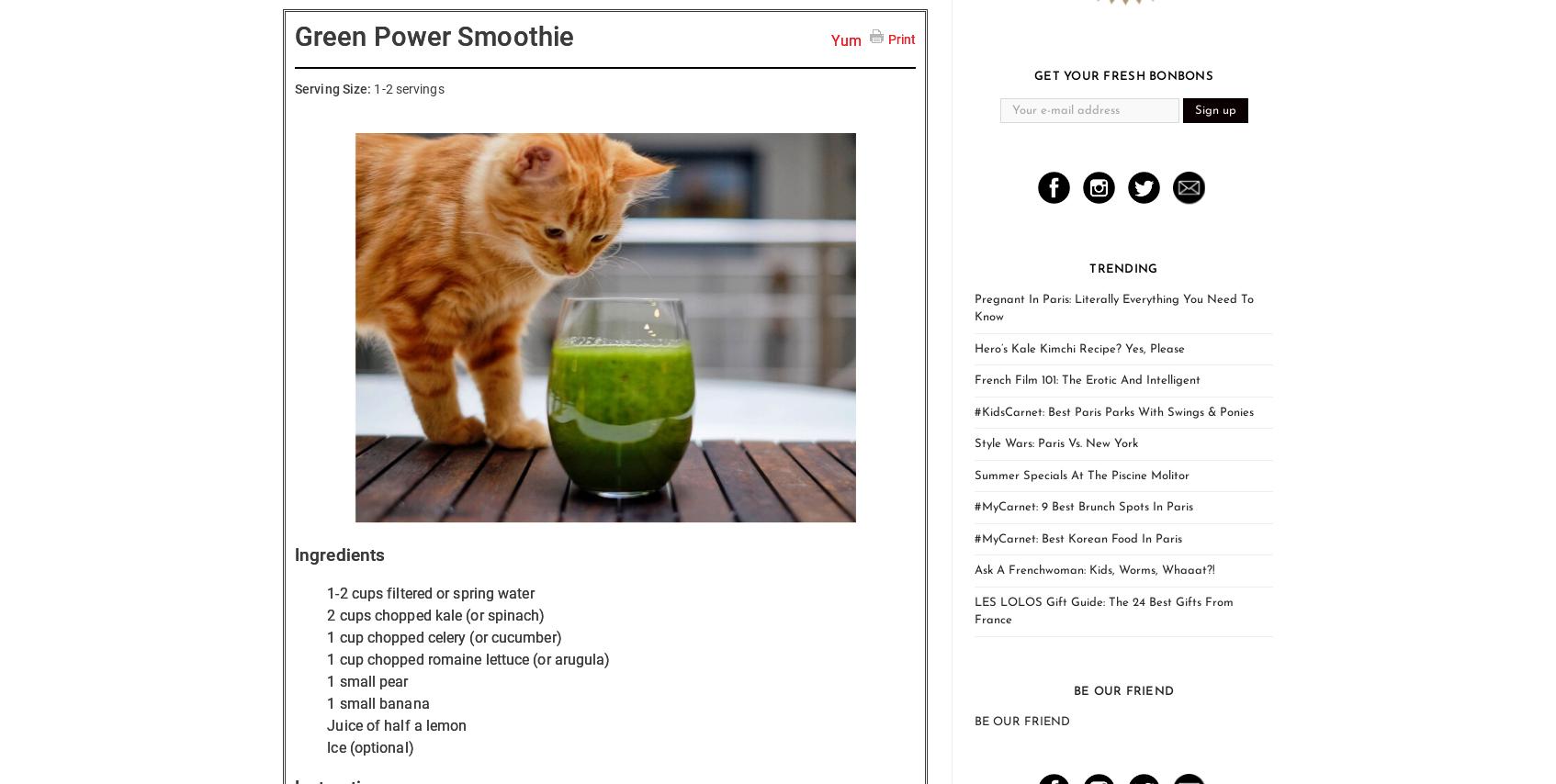  What do you see at coordinates (369, 745) in the screenshot?
I see `'Ice (optional)'` at bounding box center [369, 745].